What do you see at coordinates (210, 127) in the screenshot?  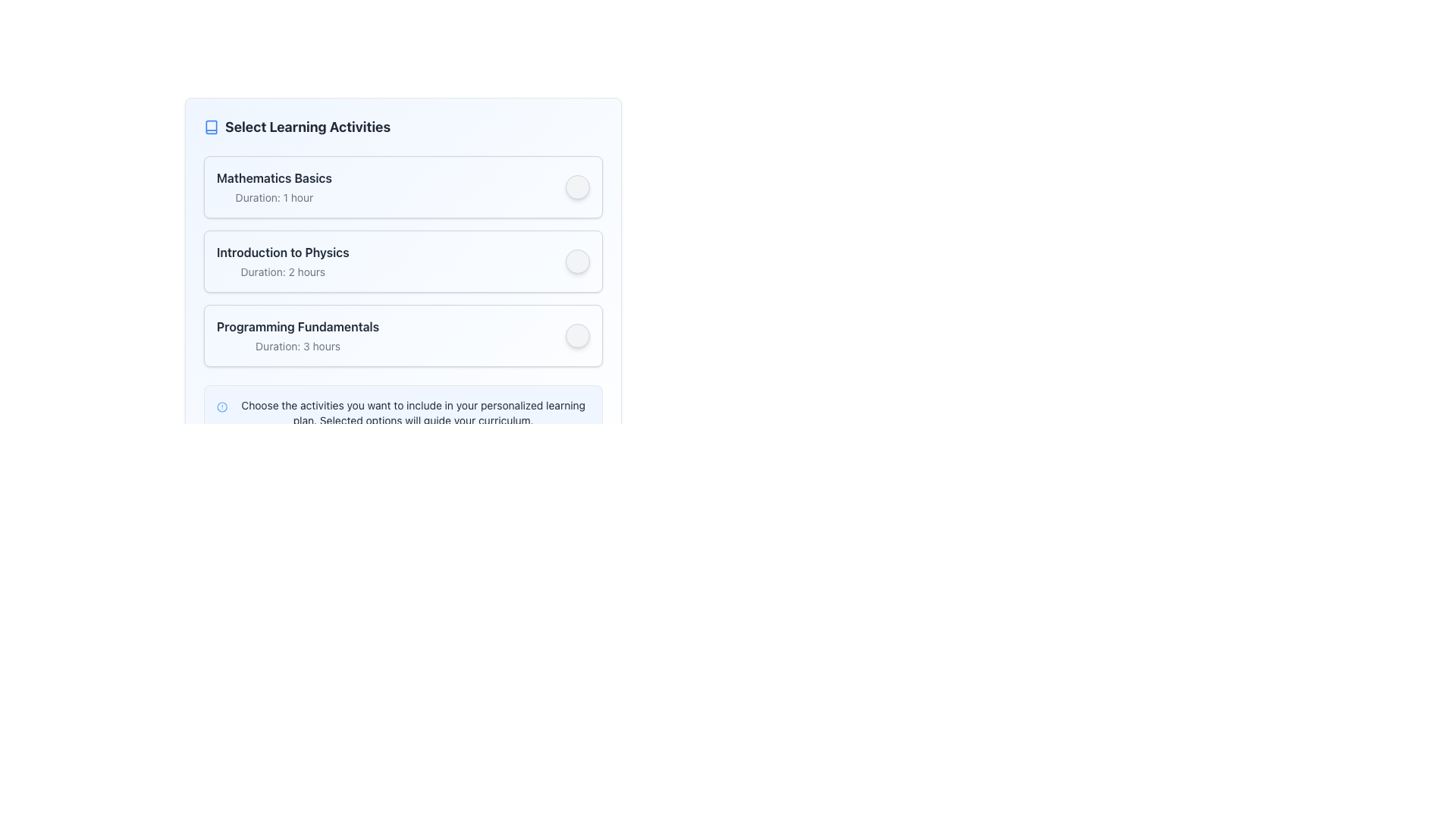 I see `the educational icon located at the top-left side of the interface, adjacent to the text 'Select Learning Activities'` at bounding box center [210, 127].